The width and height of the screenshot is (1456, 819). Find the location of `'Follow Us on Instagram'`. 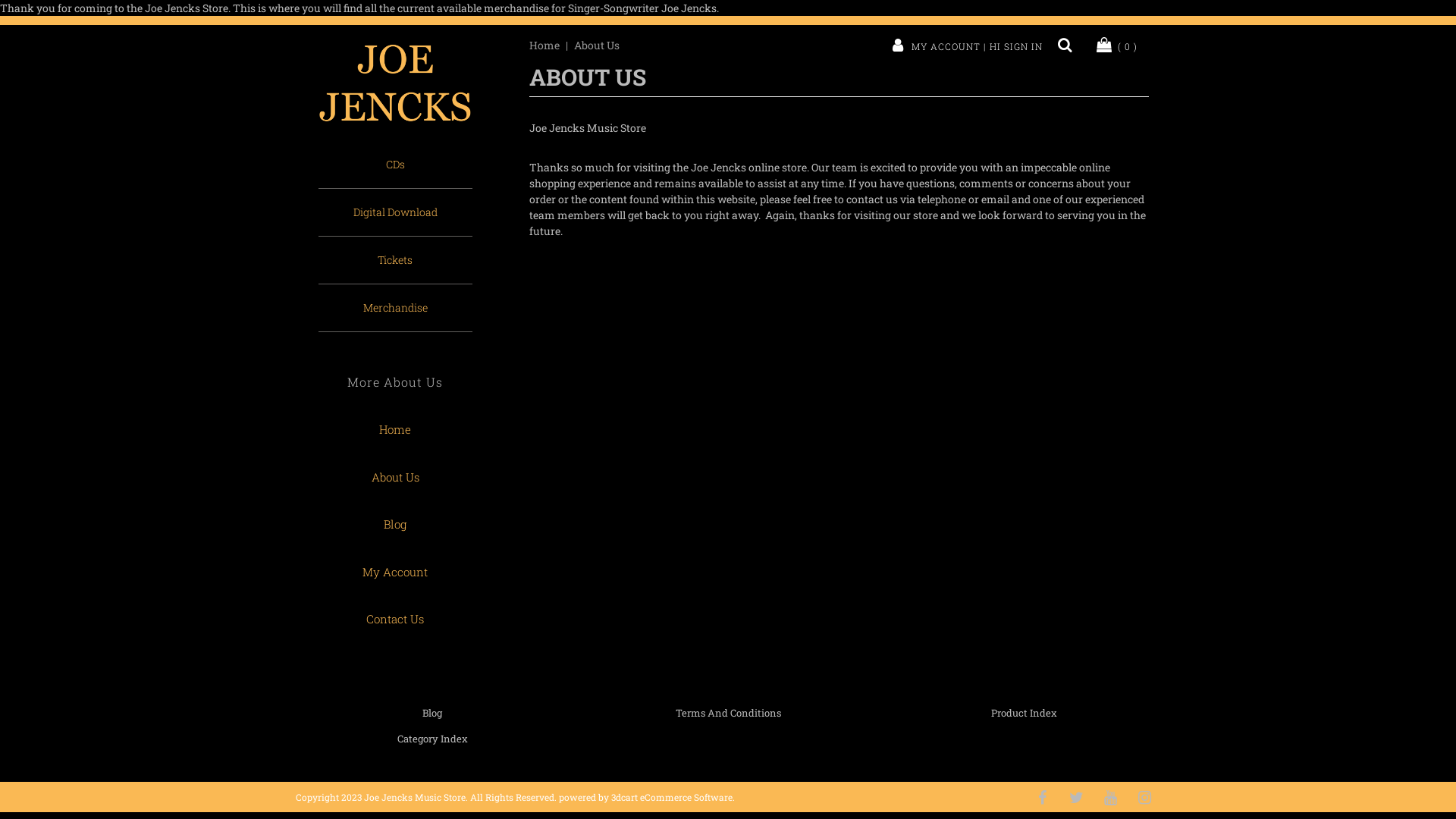

'Follow Us on Instagram' is located at coordinates (1144, 795).